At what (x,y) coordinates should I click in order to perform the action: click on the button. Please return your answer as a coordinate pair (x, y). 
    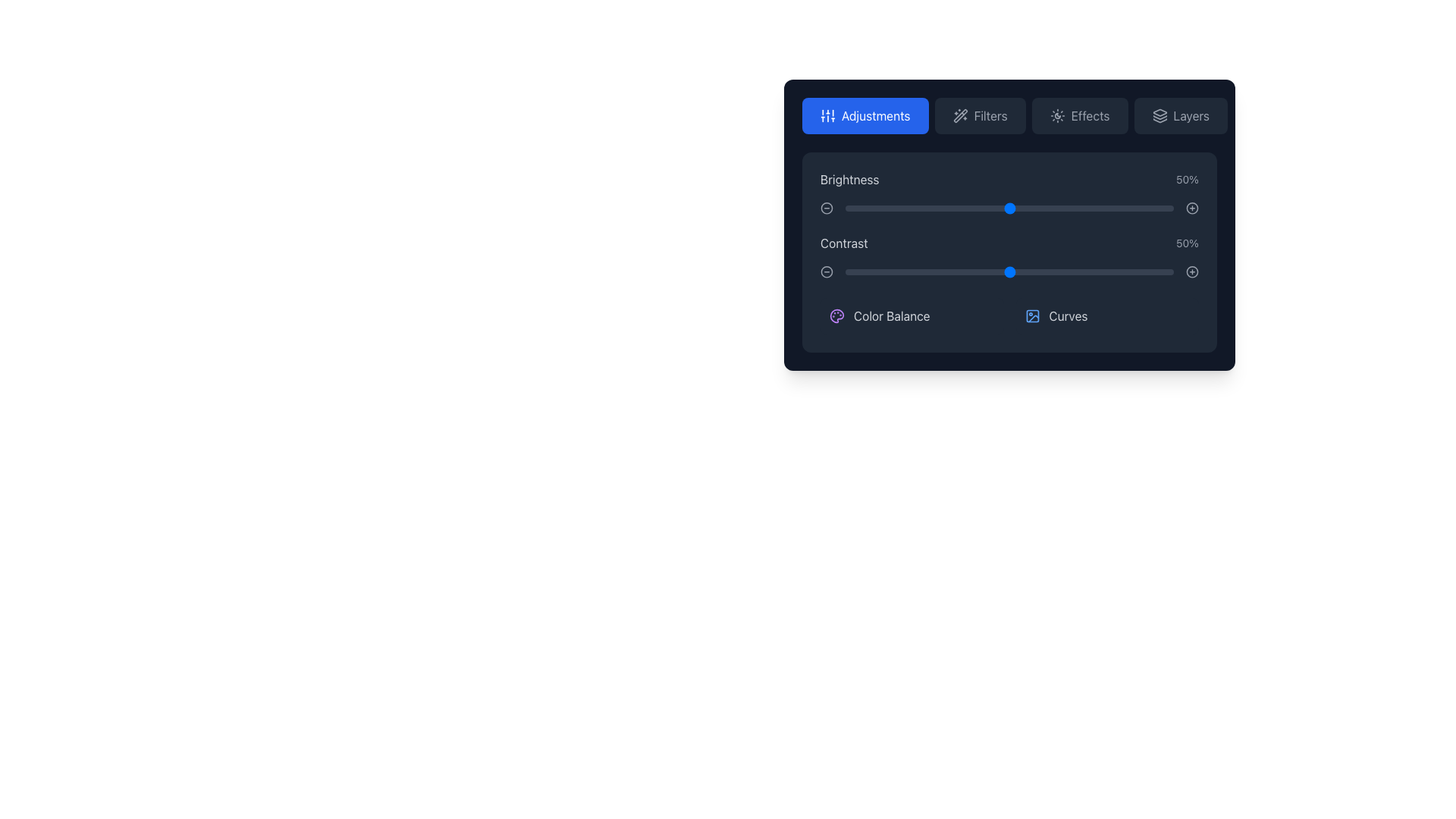
    Looking at the image, I should click on (1106, 315).